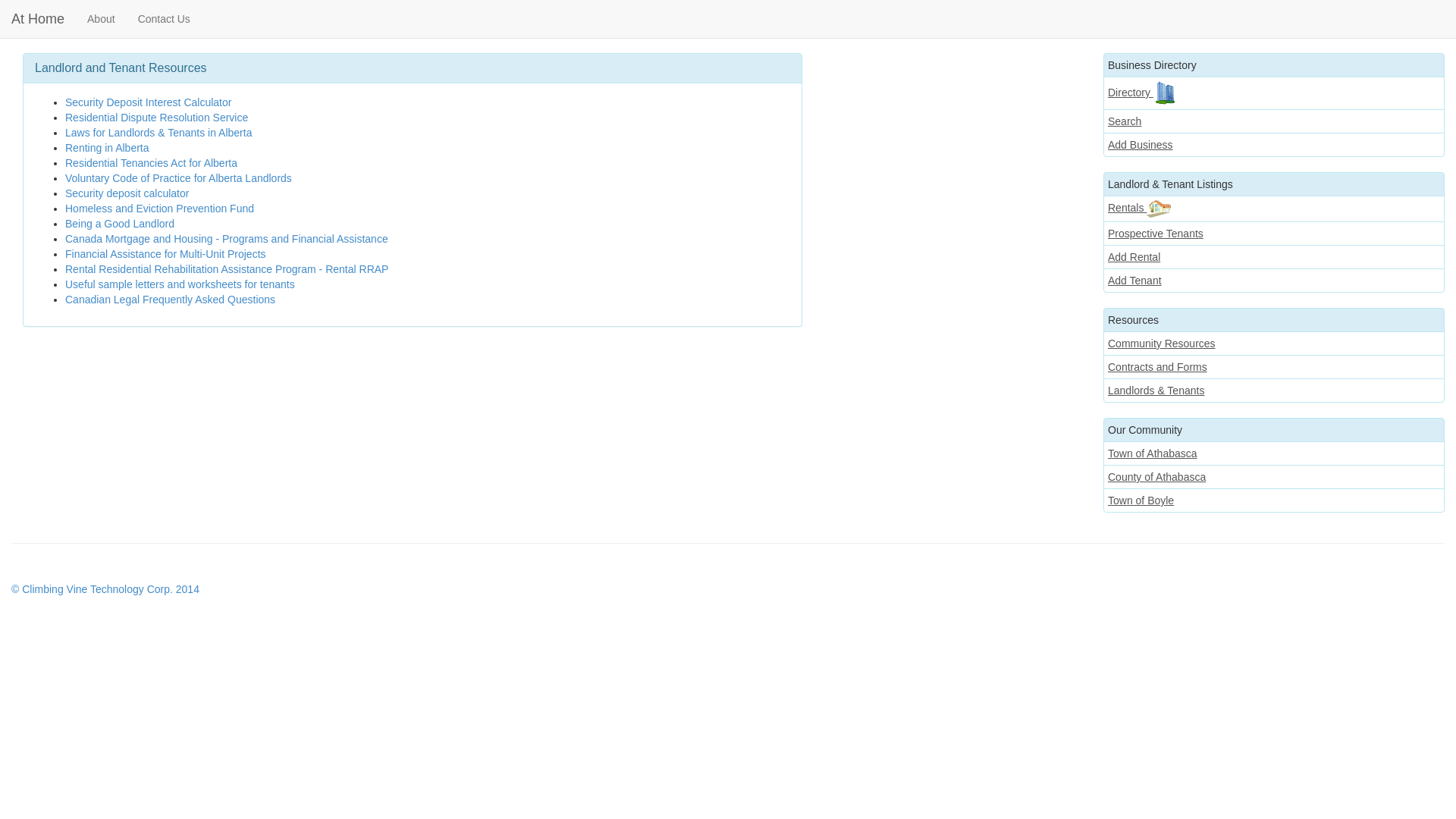  Describe the element at coordinates (1103, 93) in the screenshot. I see `'Directory'` at that location.